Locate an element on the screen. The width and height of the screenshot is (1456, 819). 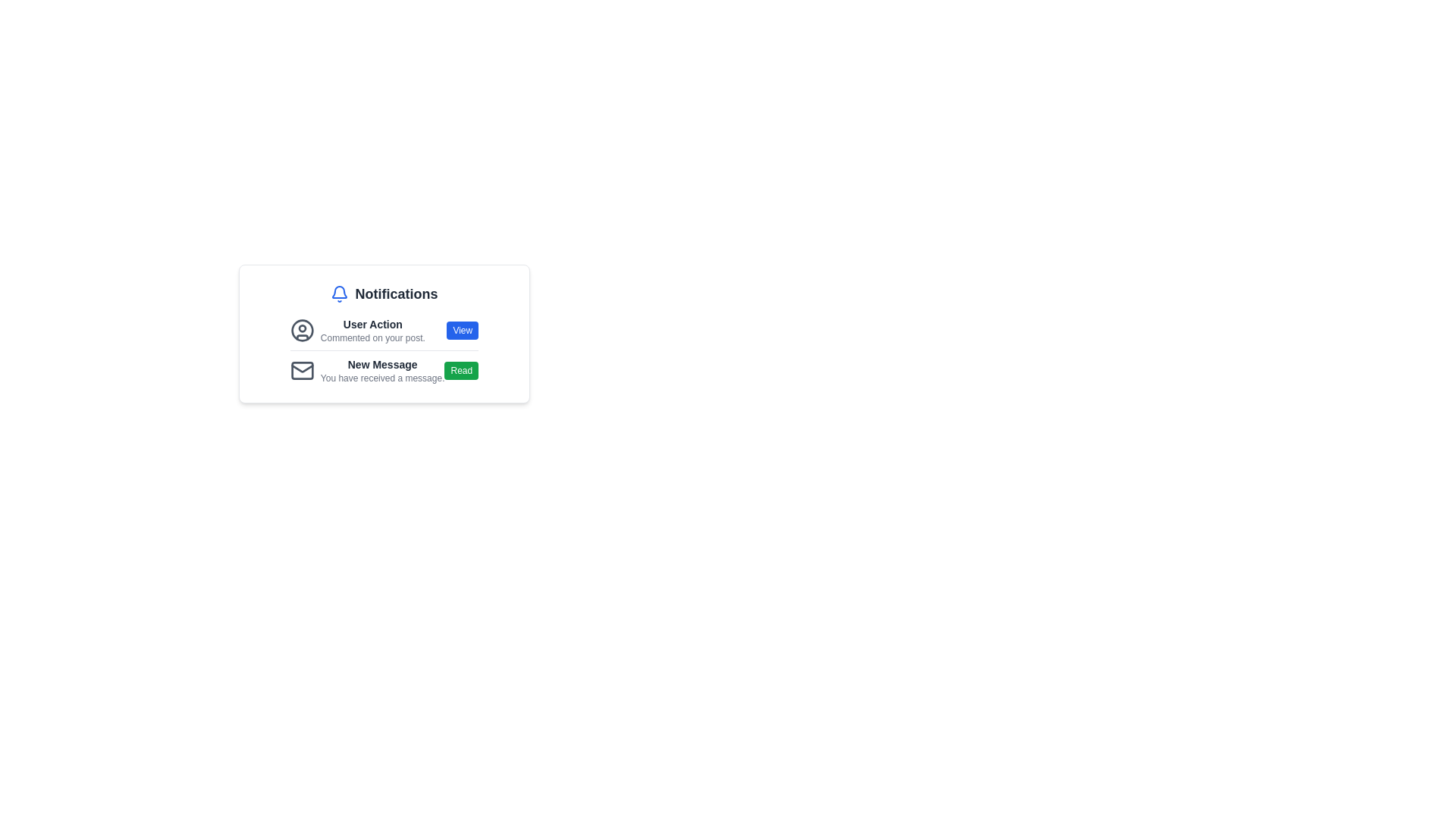
the 'Read' action button in the Notification card that informs the user of a new message, located in the bottom half of the notification box is located at coordinates (384, 370).